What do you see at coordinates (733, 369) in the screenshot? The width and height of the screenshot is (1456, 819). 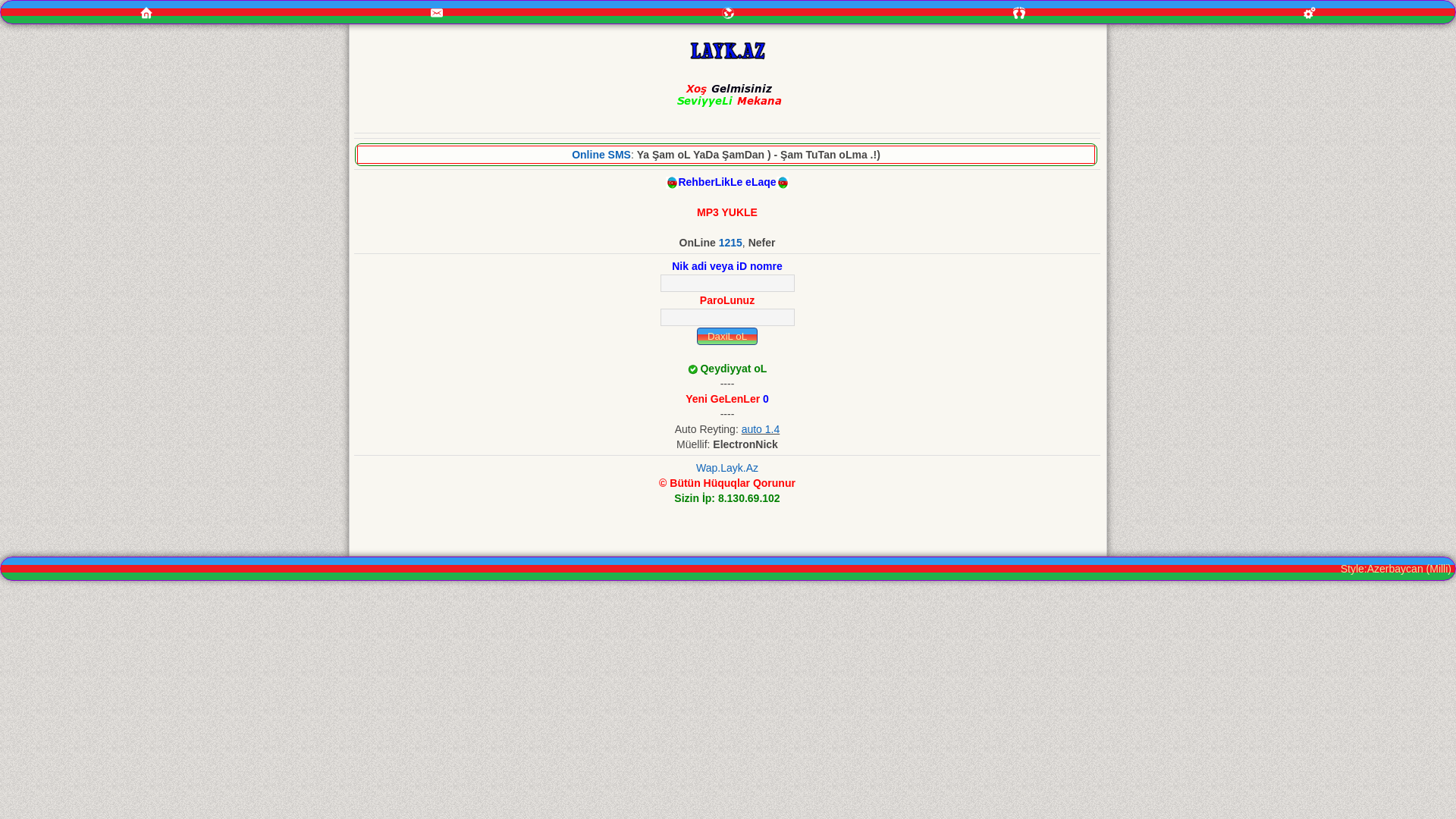 I see `'Qeydiyyat oL'` at bounding box center [733, 369].